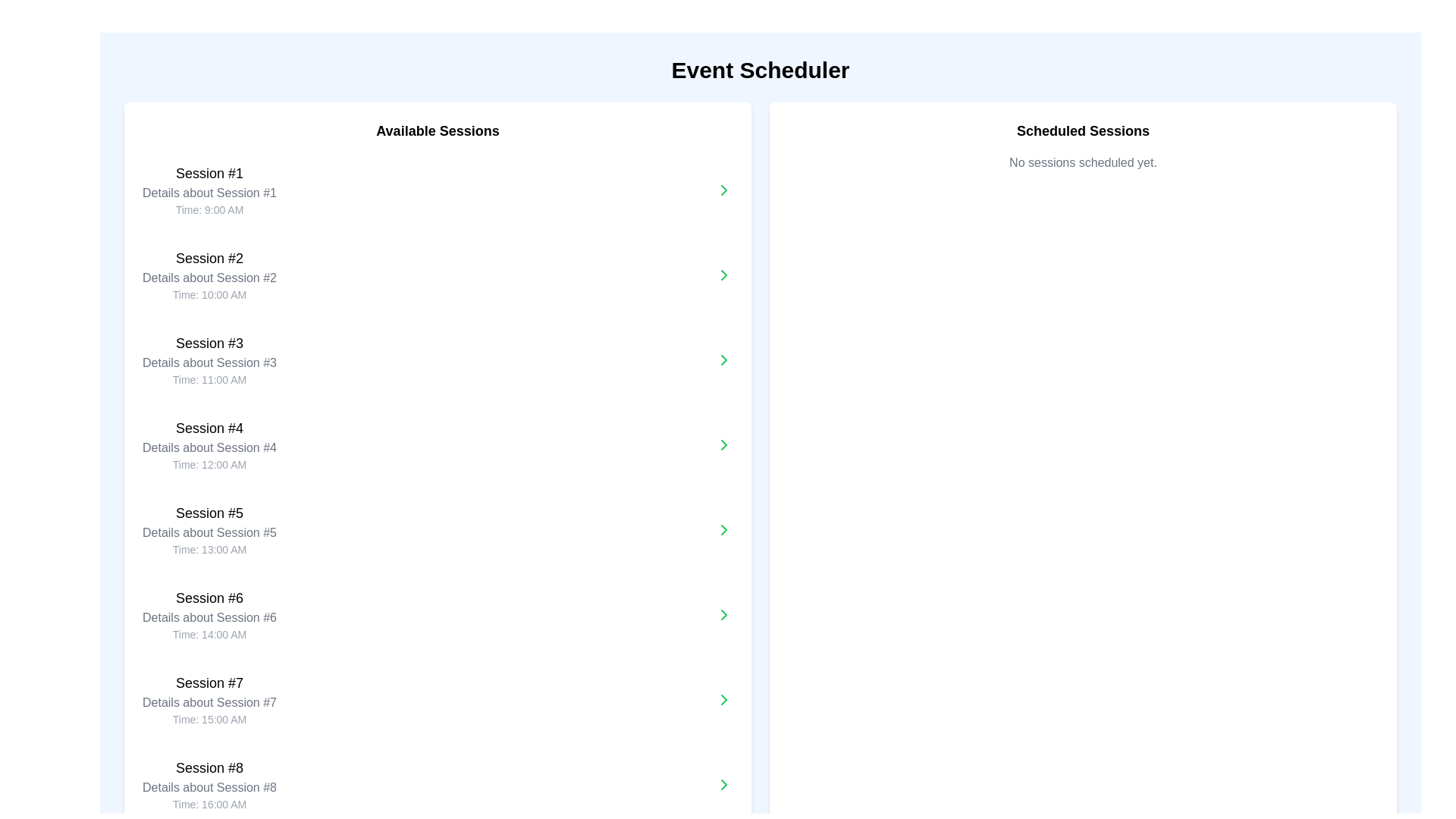 This screenshot has height=819, width=1456. I want to click on the List item containing session details positioned in the 'Available Sessions' column, between sessions #5 and #7, so click(209, 614).